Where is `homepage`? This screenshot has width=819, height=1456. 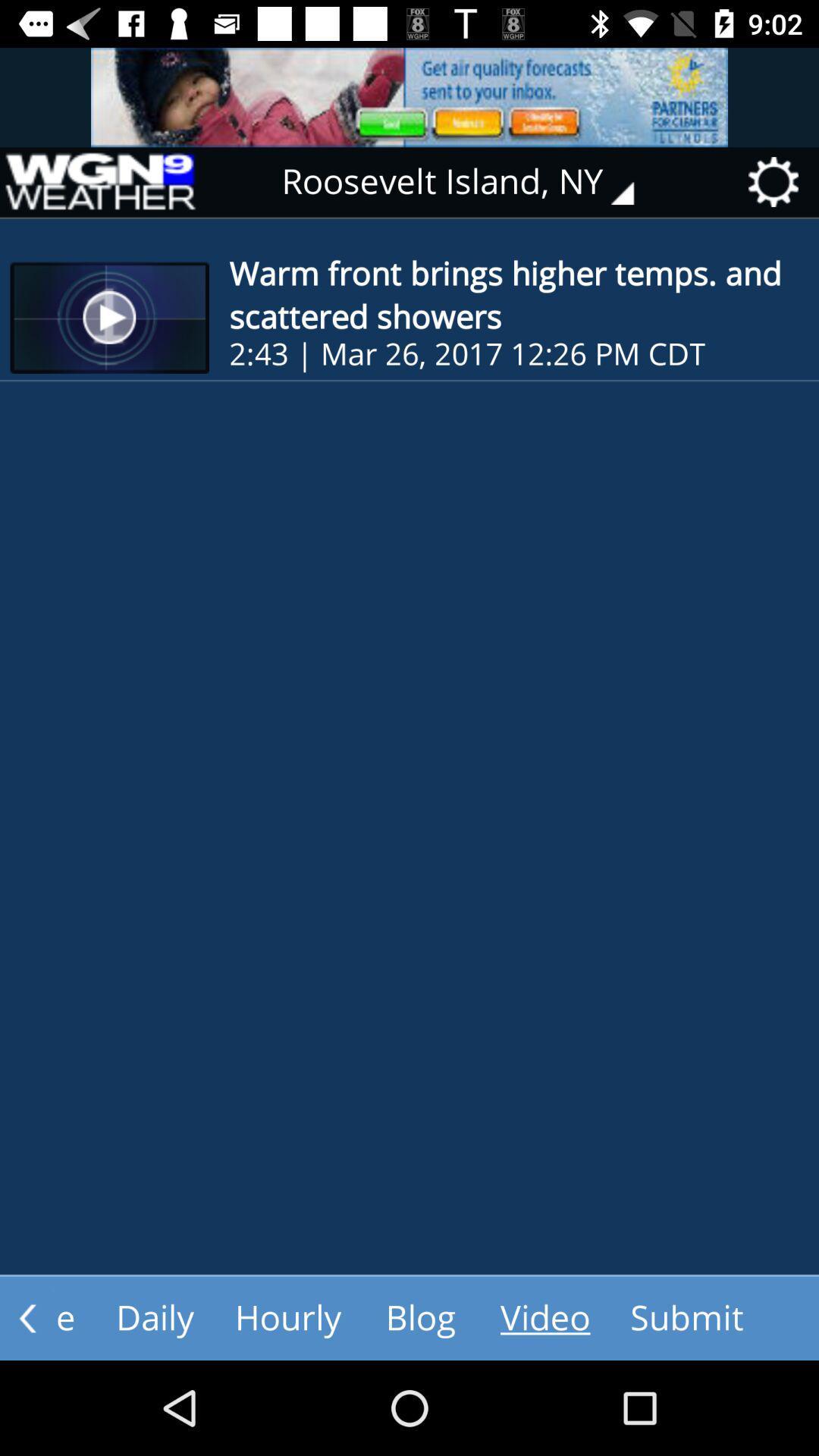
homepage is located at coordinates (99, 182).